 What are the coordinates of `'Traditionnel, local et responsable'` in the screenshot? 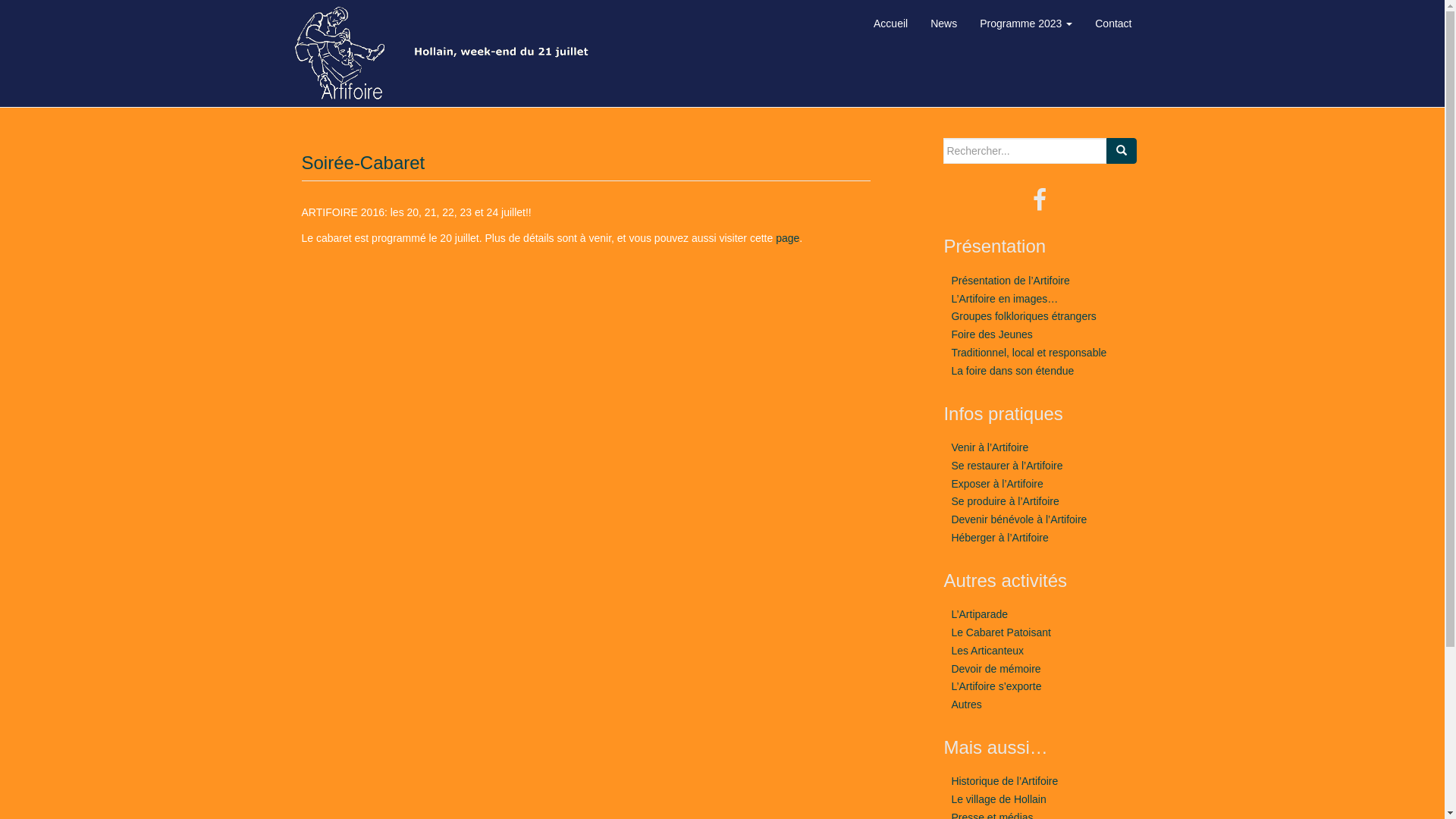 It's located at (1028, 353).